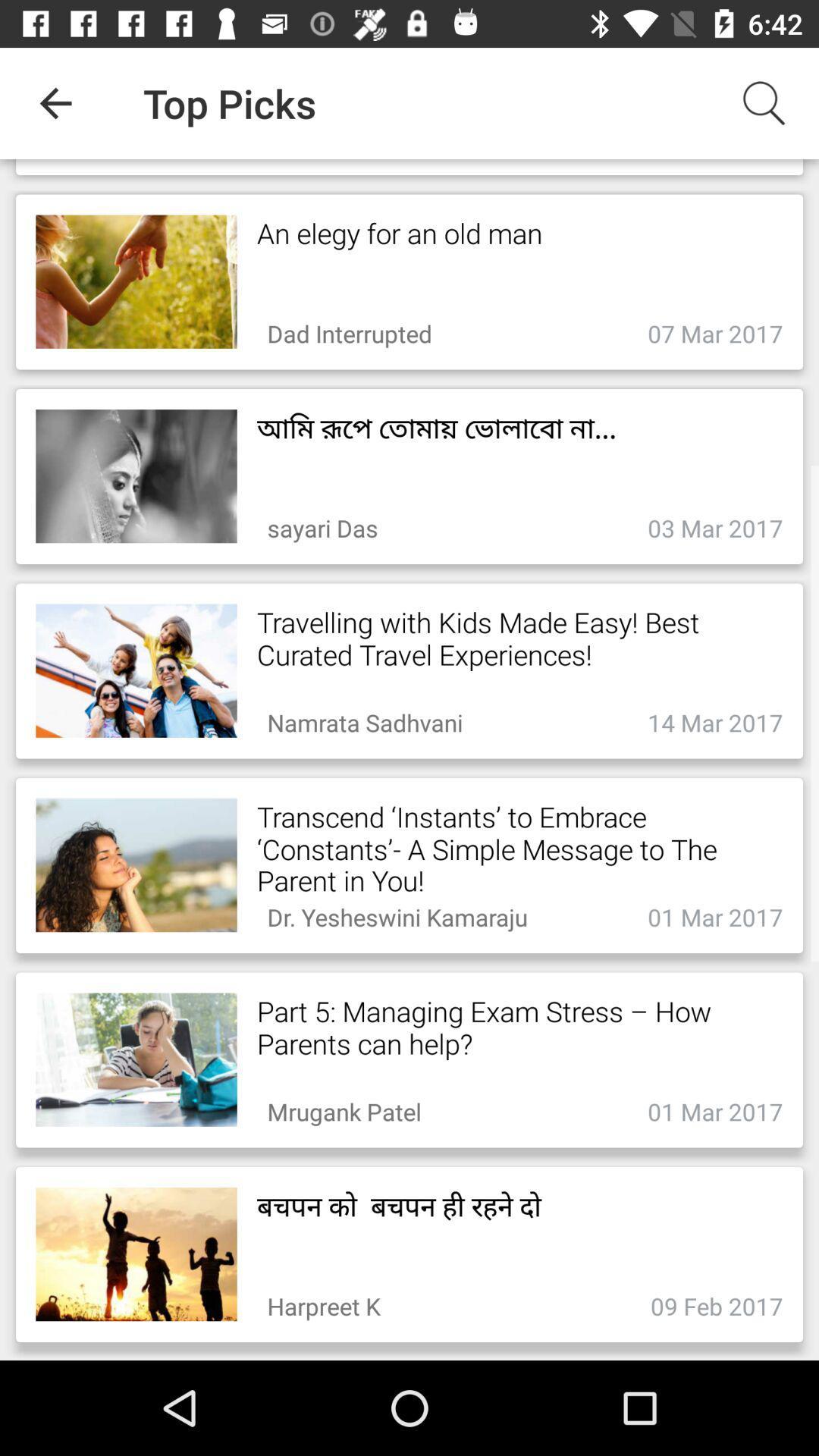 Image resolution: width=819 pixels, height=1456 pixels. What do you see at coordinates (344, 1107) in the screenshot?
I see `item to the left of 01 mar 2017 item` at bounding box center [344, 1107].